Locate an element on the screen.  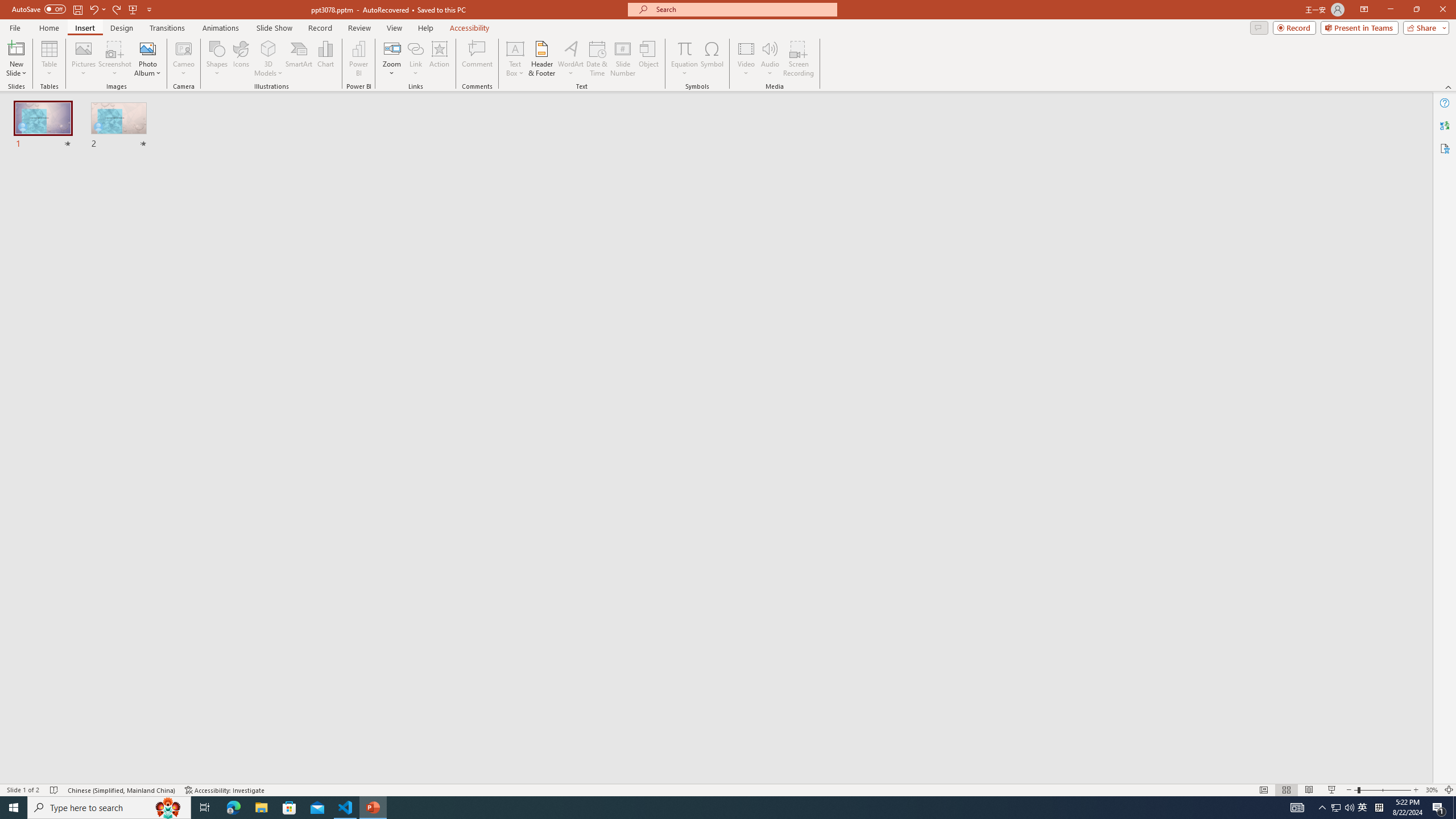
'Spell Check No Errors' is located at coordinates (54, 790).